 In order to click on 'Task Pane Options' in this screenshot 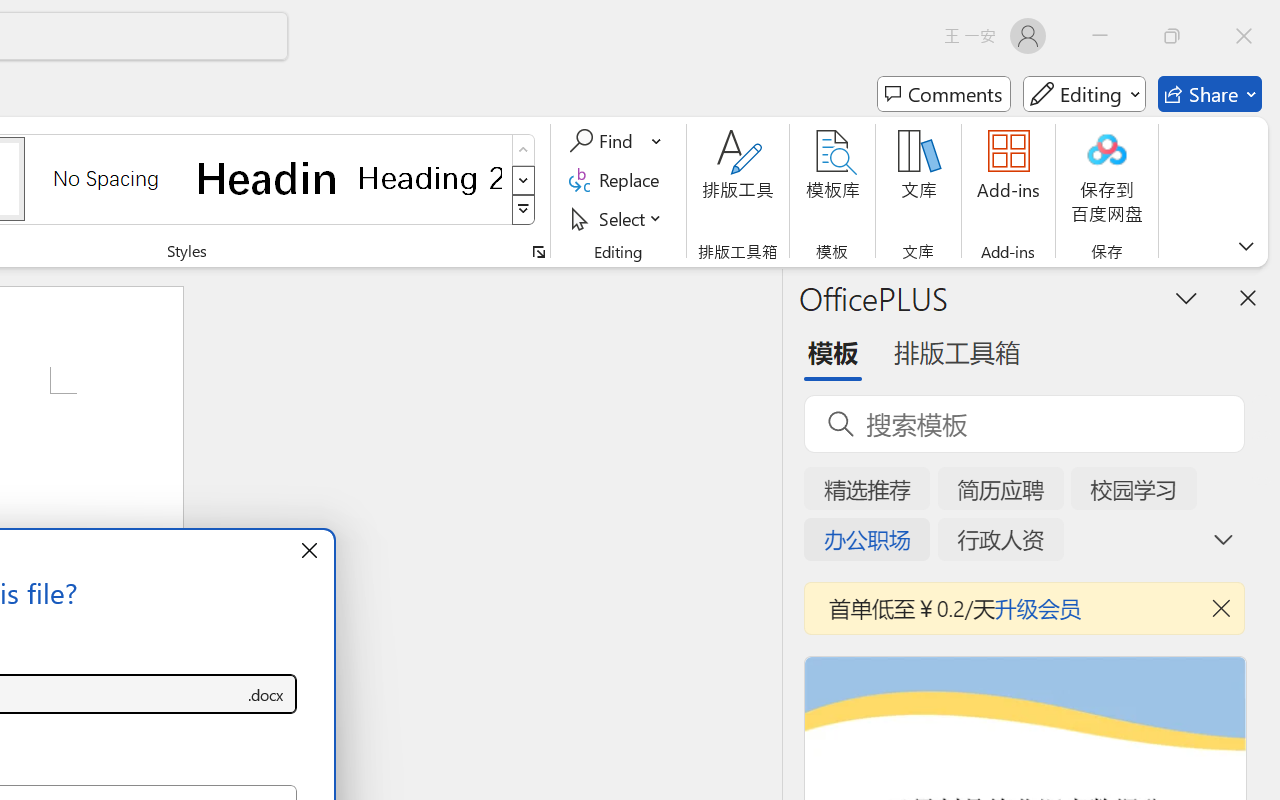, I will do `click(1187, 297)`.